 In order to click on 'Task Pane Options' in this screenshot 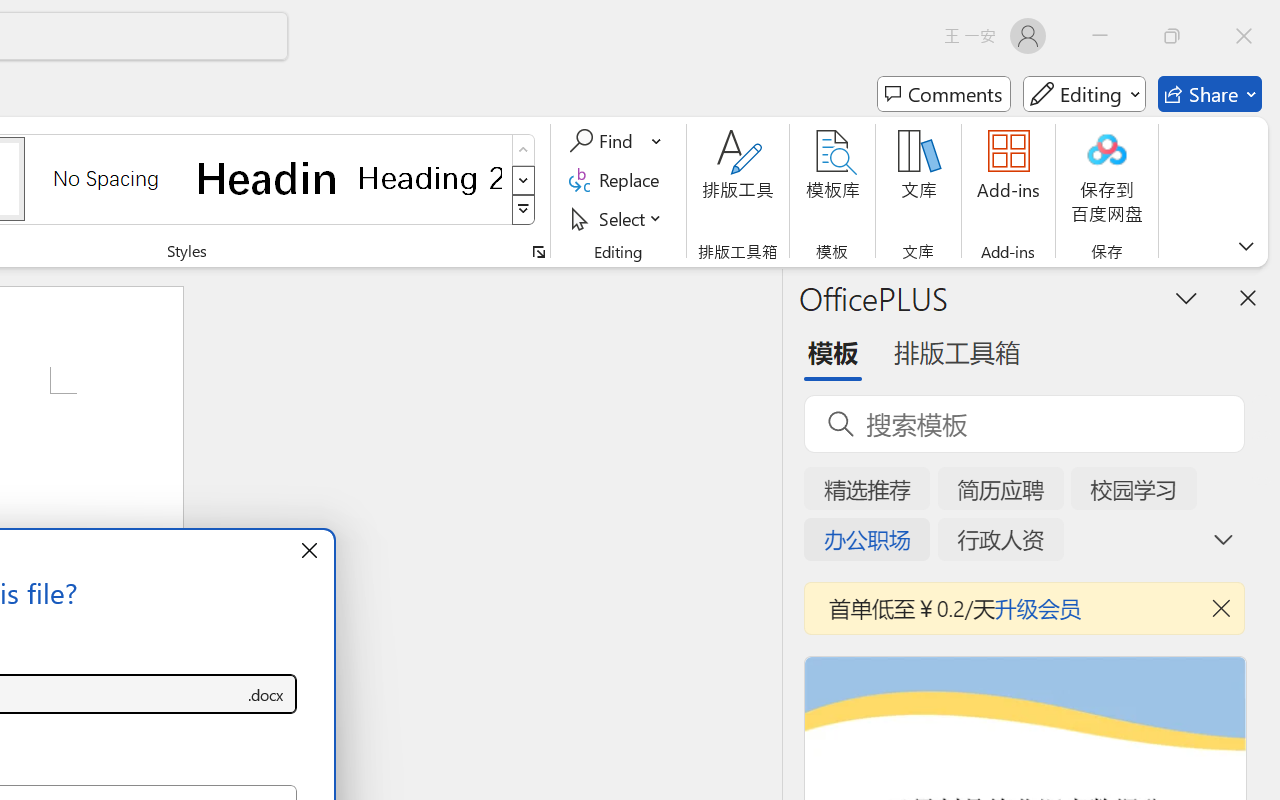, I will do `click(1187, 297)`.